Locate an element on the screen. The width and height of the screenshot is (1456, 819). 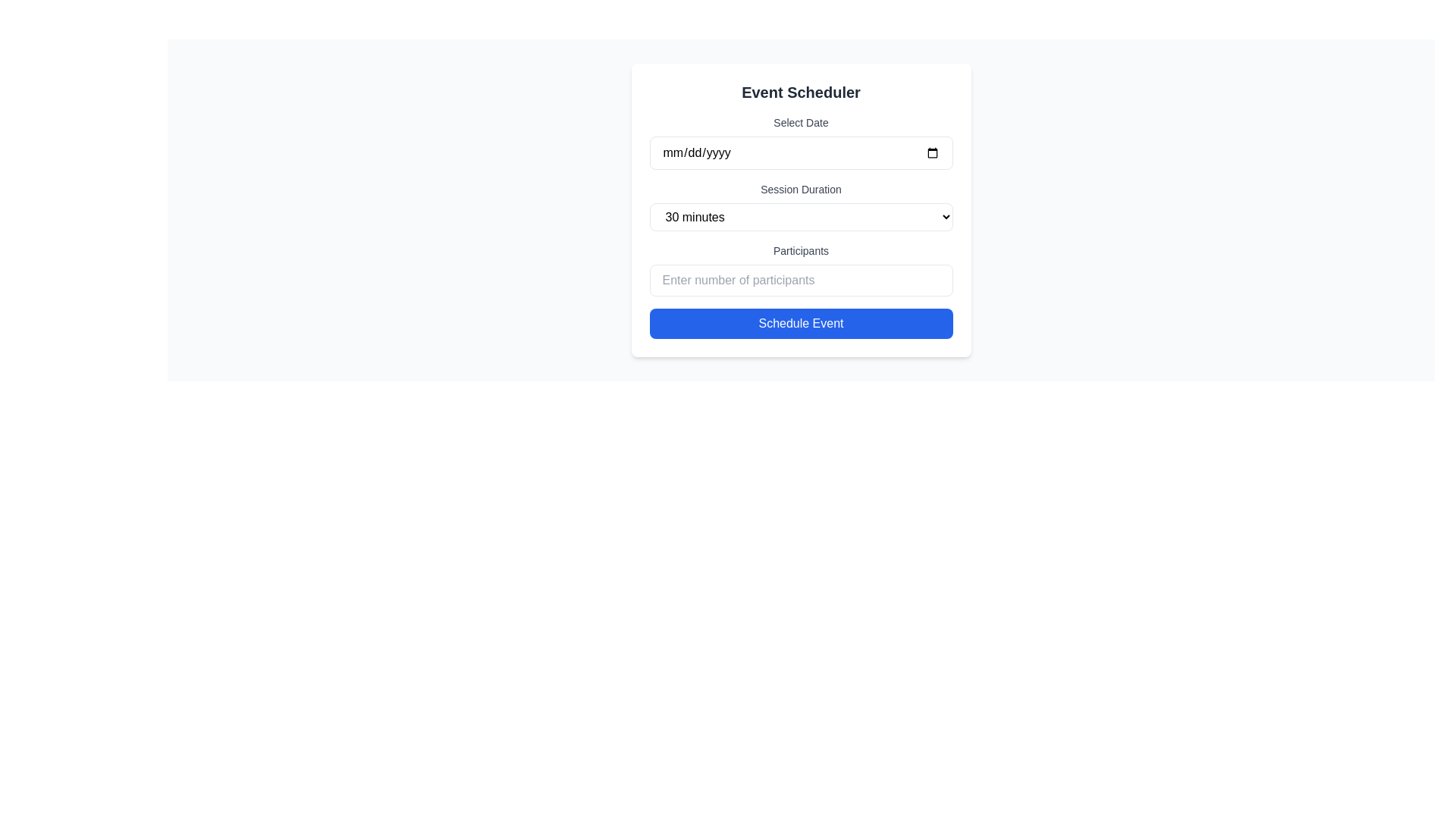
an option from the dropdown menu that displays '30 minutes' as the default text, located below the 'Session Duration' label and above the 'Participants' text input field is located at coordinates (800, 217).